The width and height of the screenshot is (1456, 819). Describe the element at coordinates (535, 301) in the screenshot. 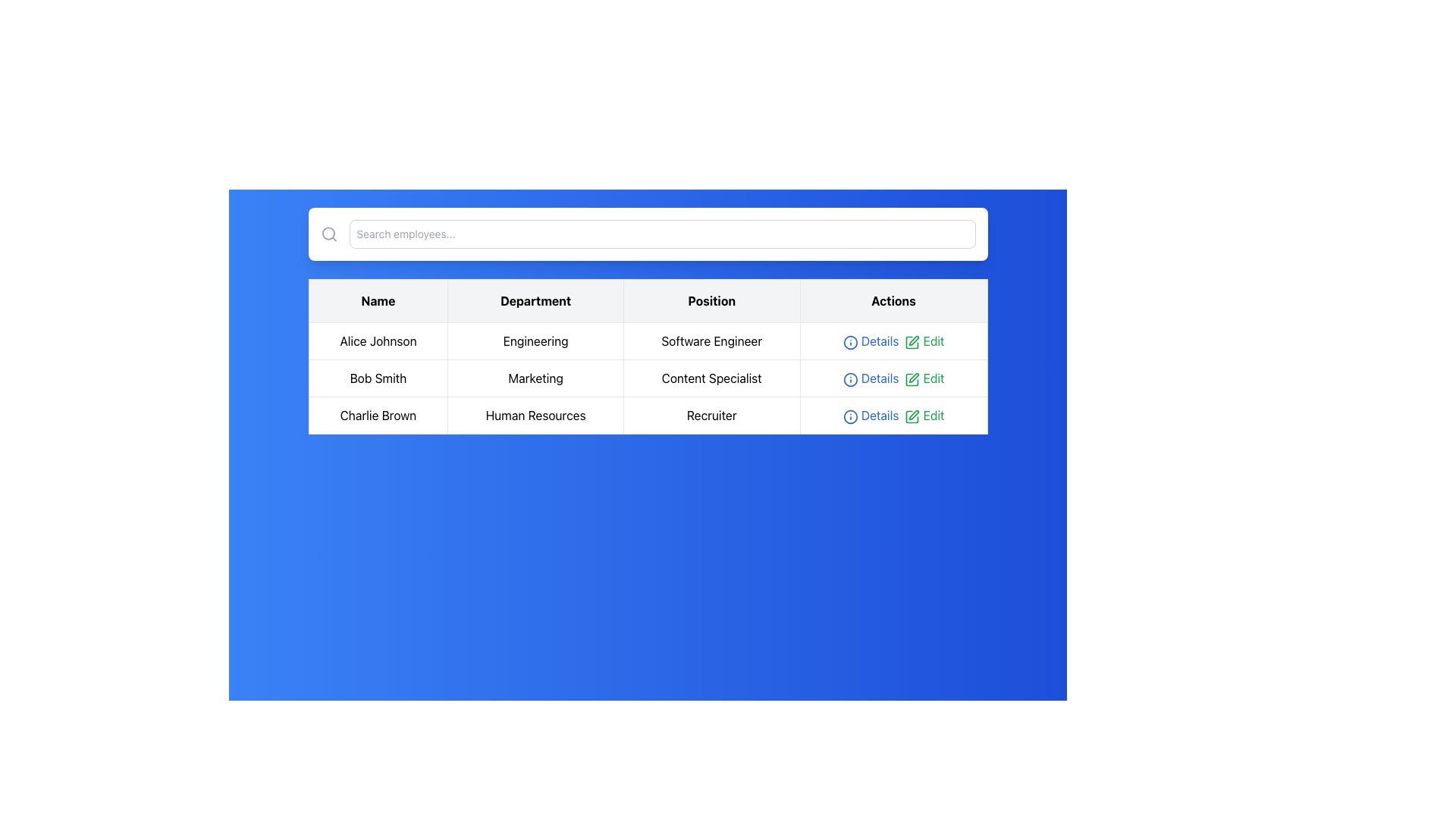

I see `the table header cell labeled 'Department', which is the second cell in the header row of a table with a light gray background` at that location.